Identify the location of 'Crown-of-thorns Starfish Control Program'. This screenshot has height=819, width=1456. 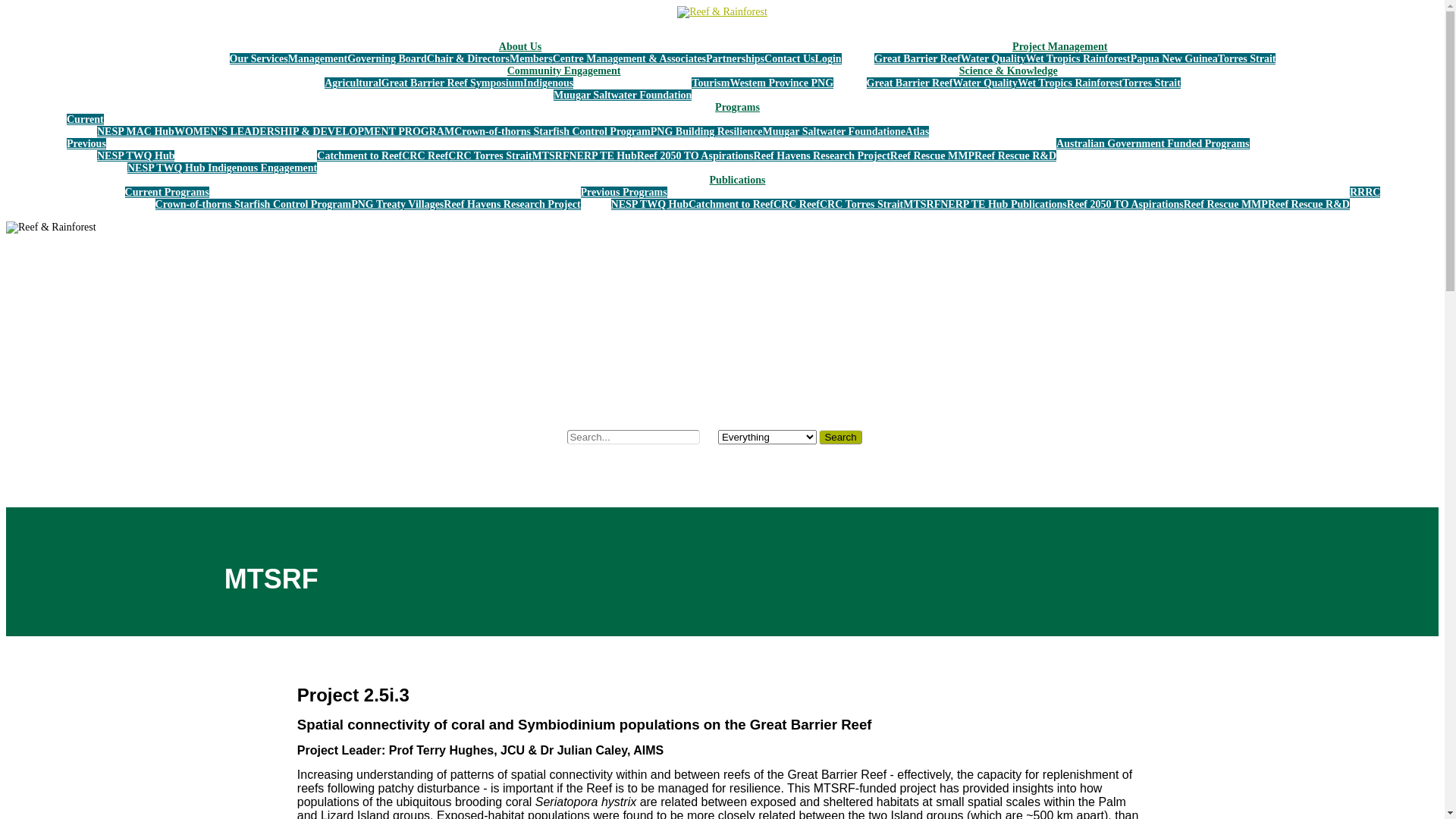
(253, 203).